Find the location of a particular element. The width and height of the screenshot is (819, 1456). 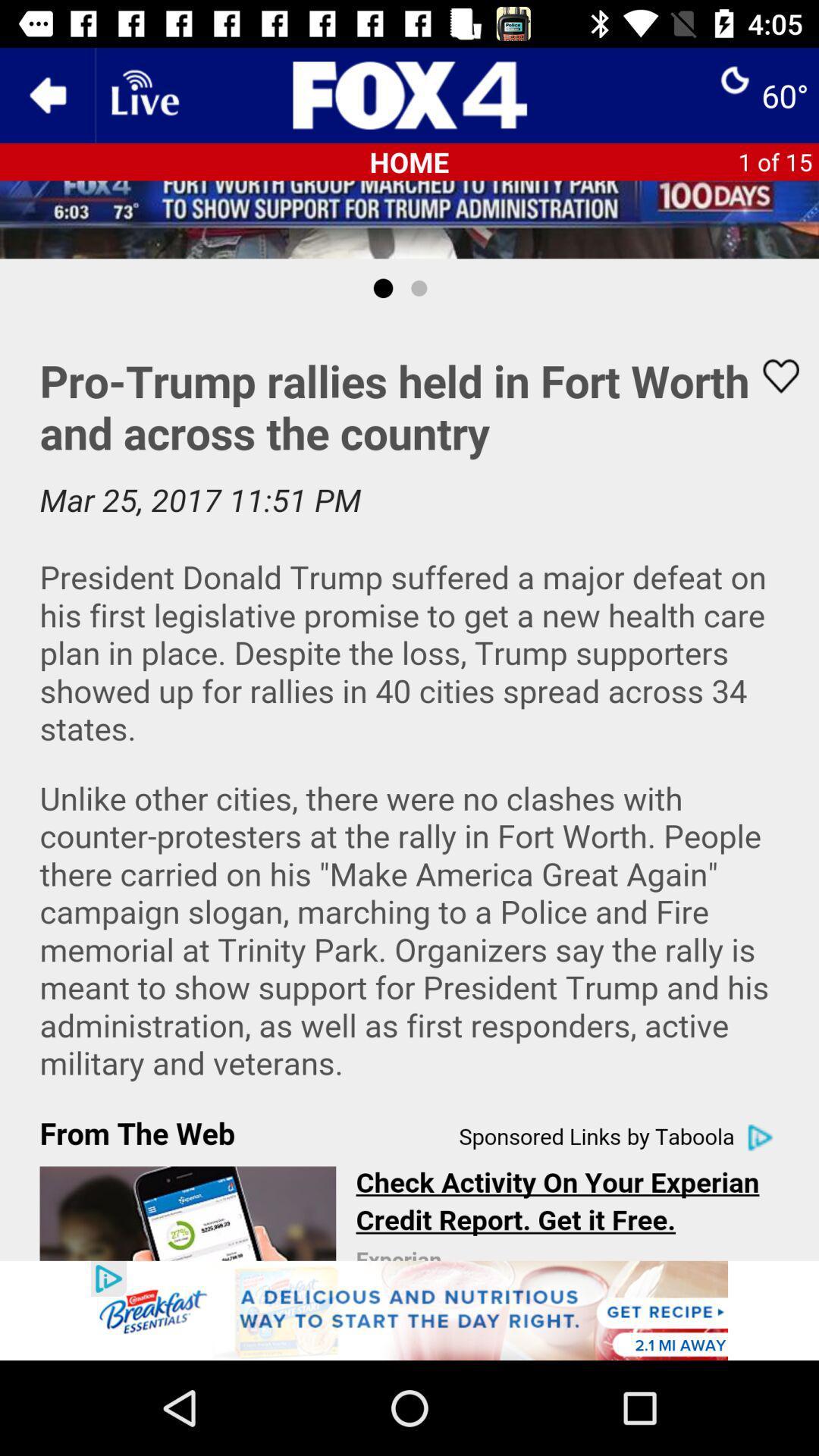

alive is located at coordinates (143, 94).